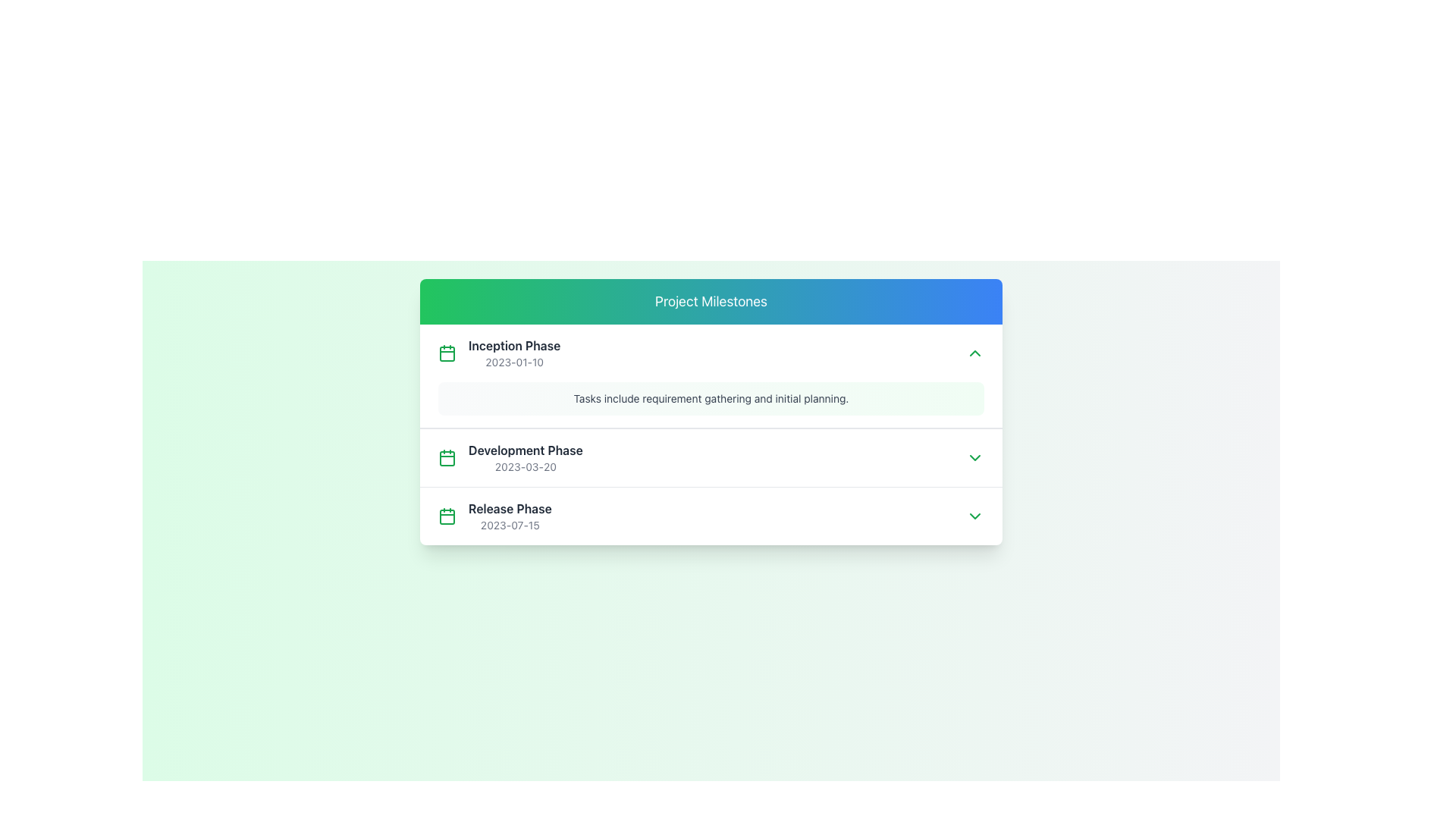 The image size is (1456, 819). I want to click on the 'Release Phase' text label which is part of the project milestones list, prominently displayed in dark gray and styled in bold sans-serif font, so click(510, 509).